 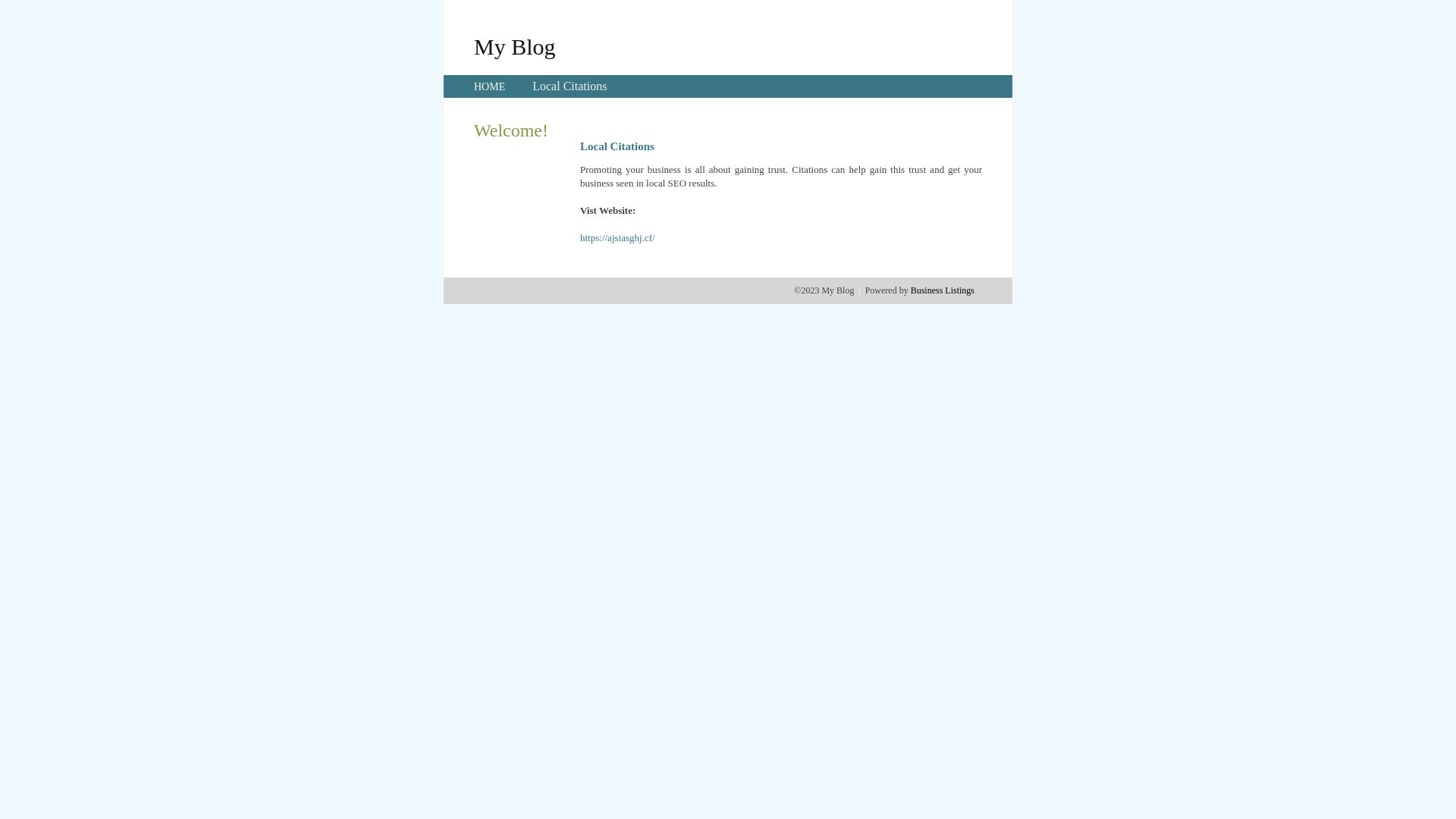 I want to click on 'My Blog', so click(x=514, y=45).